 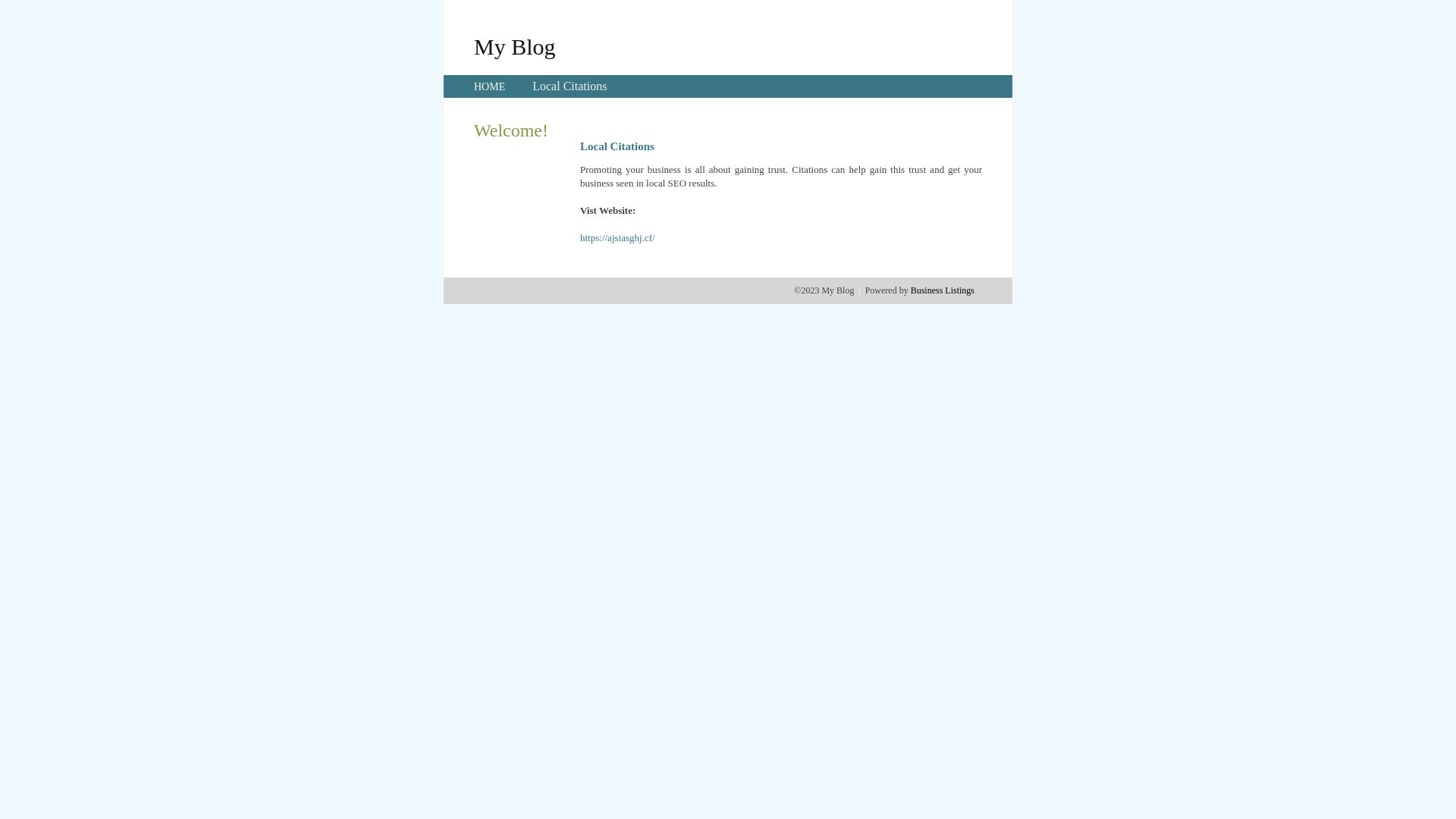 I want to click on 'My Blog', so click(x=514, y=45).